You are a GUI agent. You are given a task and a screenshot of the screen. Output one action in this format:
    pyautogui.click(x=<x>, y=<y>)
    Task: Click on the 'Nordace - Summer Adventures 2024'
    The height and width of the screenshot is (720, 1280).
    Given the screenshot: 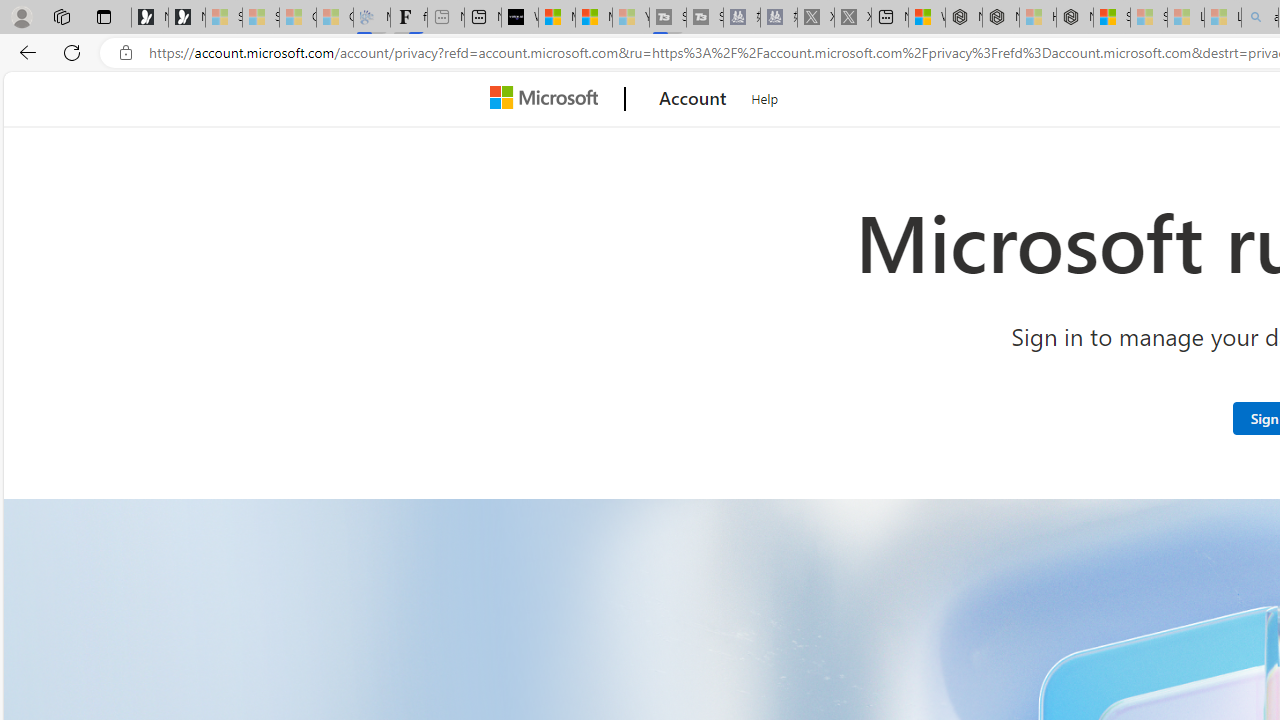 What is the action you would take?
    pyautogui.click(x=1000, y=17)
    